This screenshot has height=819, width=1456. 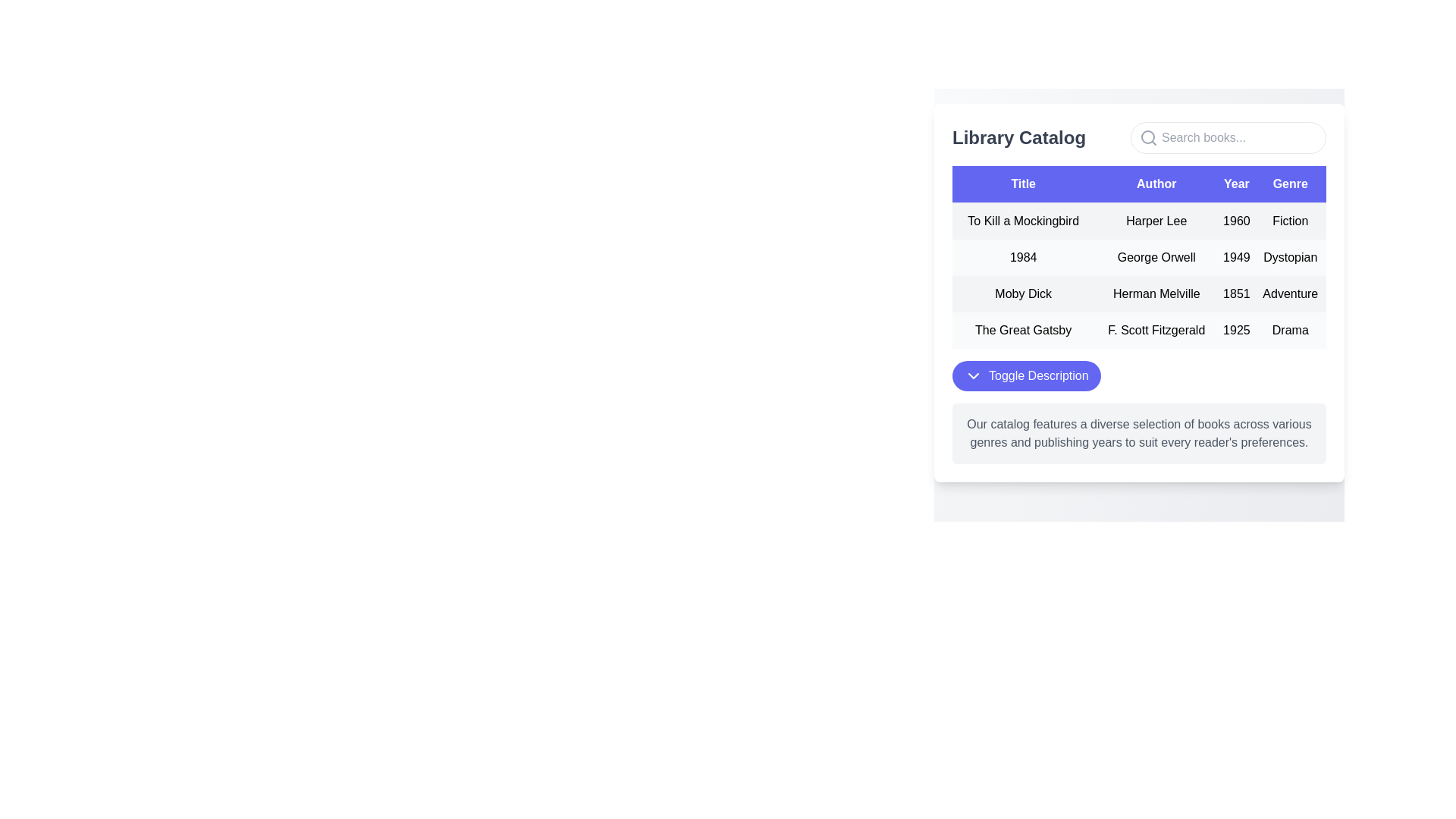 What do you see at coordinates (1023, 329) in the screenshot?
I see `the text element that reads 'The Great Gatsby' located in the 'Library Catalog' section under the 'Title' column in the fourth row of the table` at bounding box center [1023, 329].